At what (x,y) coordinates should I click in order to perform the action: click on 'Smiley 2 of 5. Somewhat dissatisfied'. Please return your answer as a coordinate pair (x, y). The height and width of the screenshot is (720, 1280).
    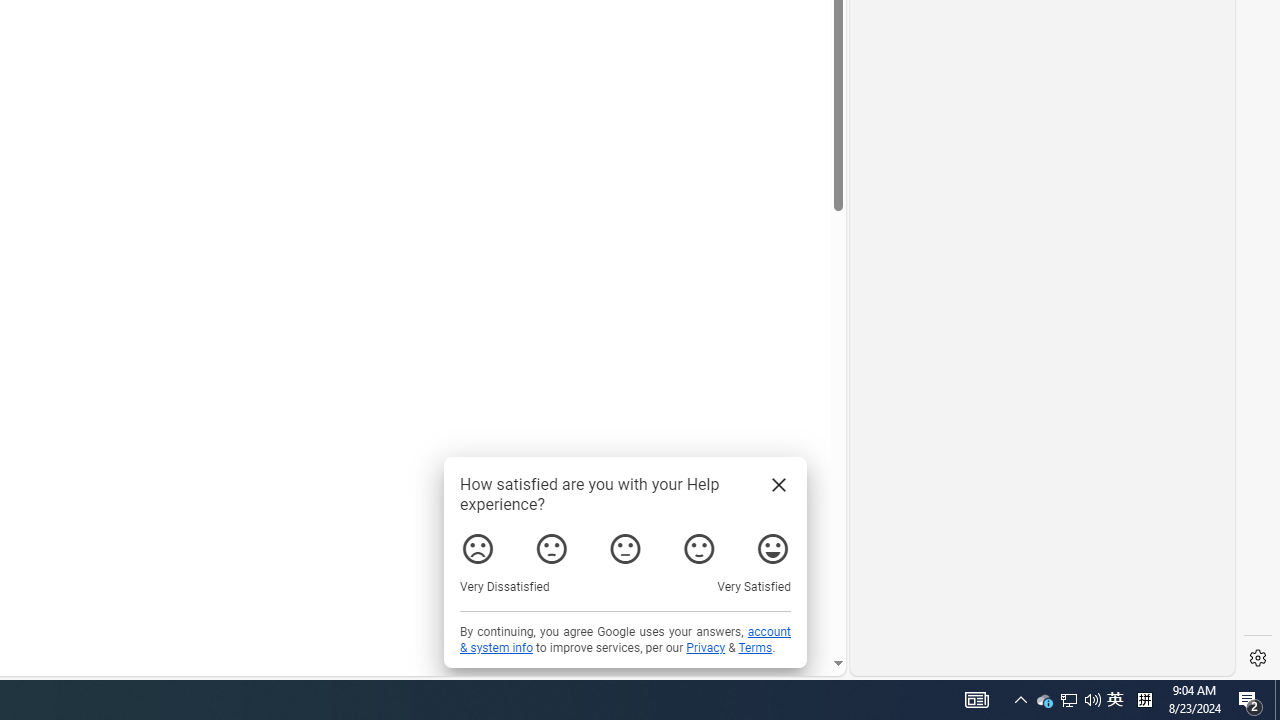
    Looking at the image, I should click on (551, 549).